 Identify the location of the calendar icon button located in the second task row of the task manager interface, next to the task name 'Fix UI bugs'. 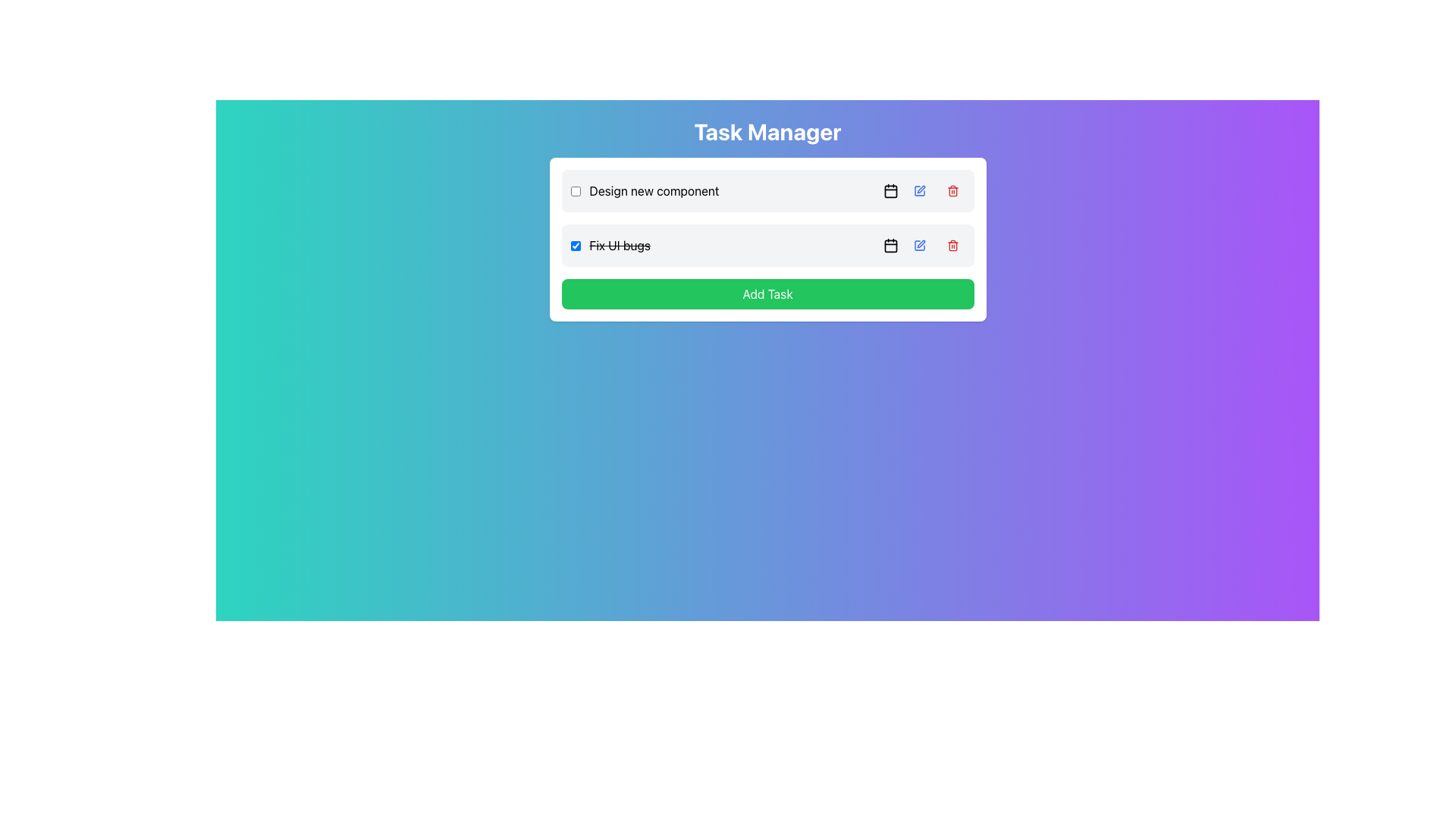
(890, 245).